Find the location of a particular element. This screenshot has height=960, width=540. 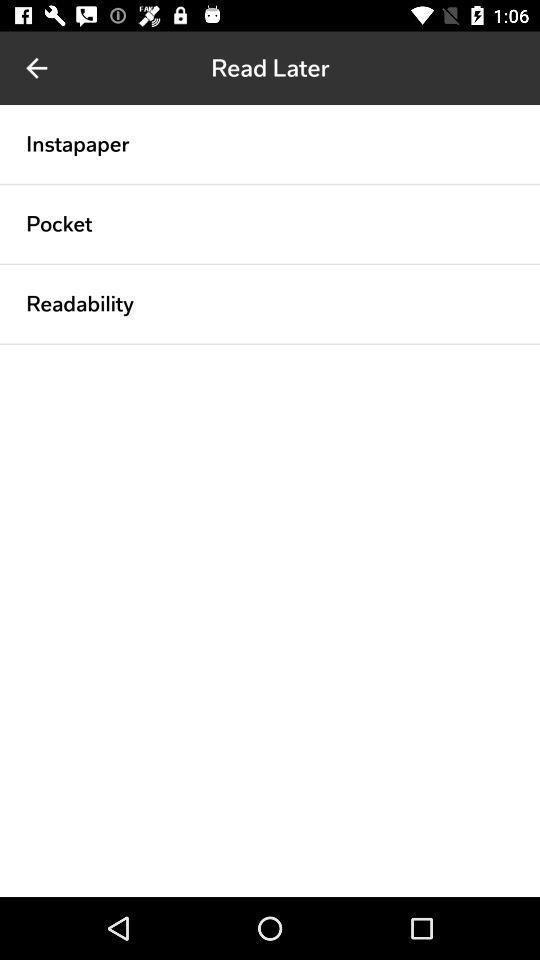

the readability is located at coordinates (79, 303).